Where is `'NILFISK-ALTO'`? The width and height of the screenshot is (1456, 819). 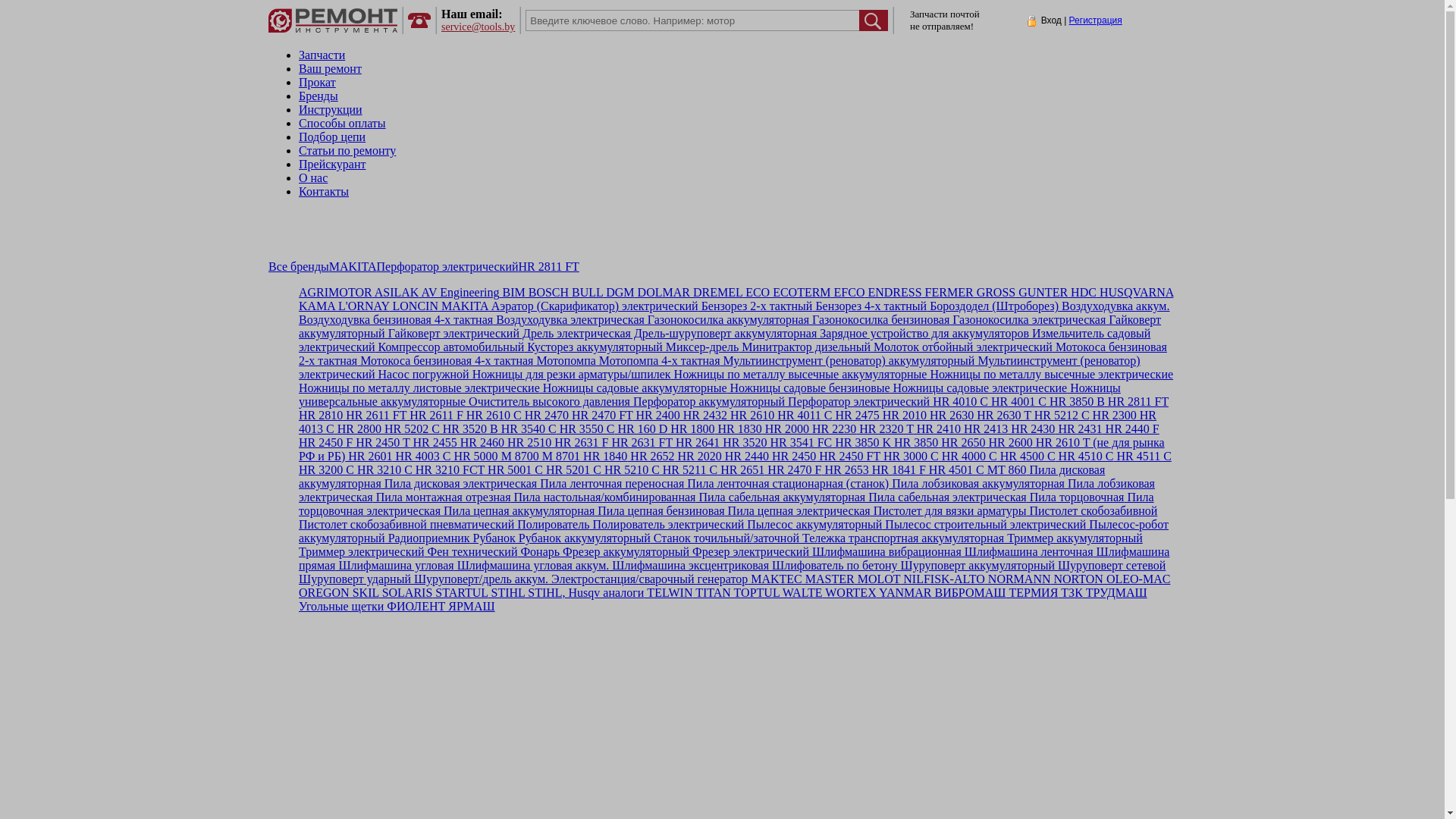 'NILFISK-ALTO' is located at coordinates (942, 579).